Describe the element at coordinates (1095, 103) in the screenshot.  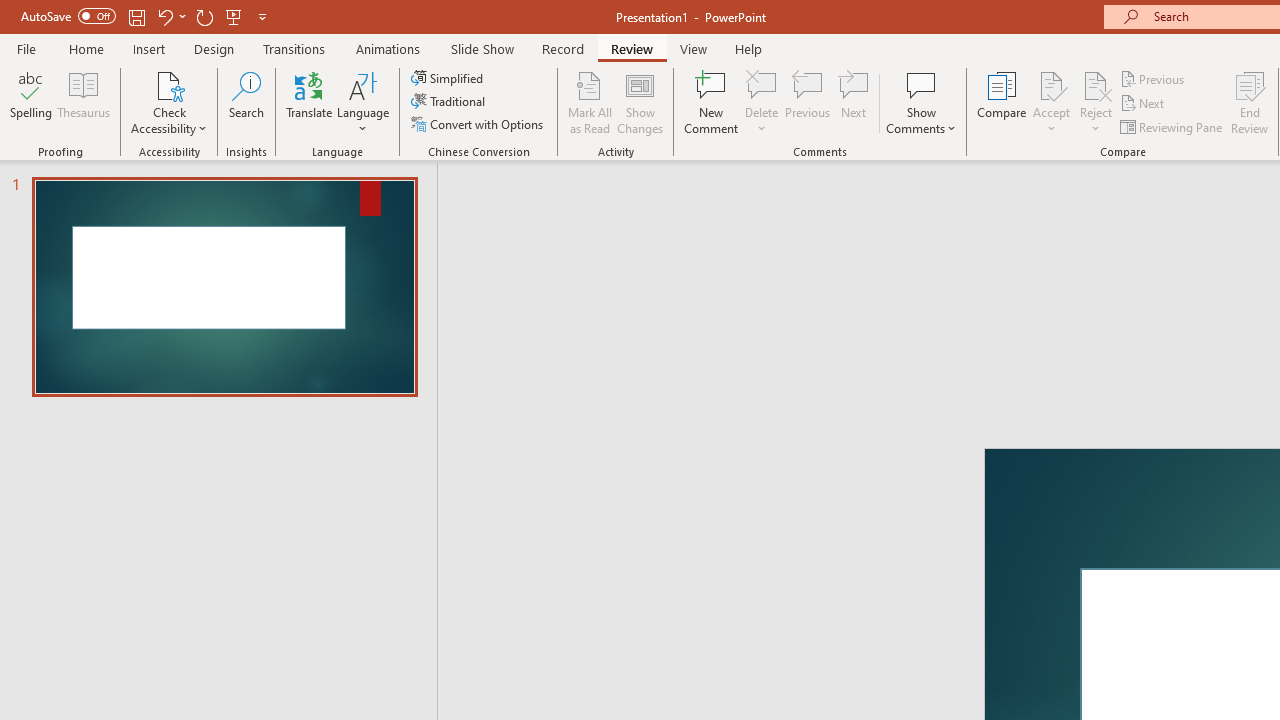
I see `'Reject'` at that location.